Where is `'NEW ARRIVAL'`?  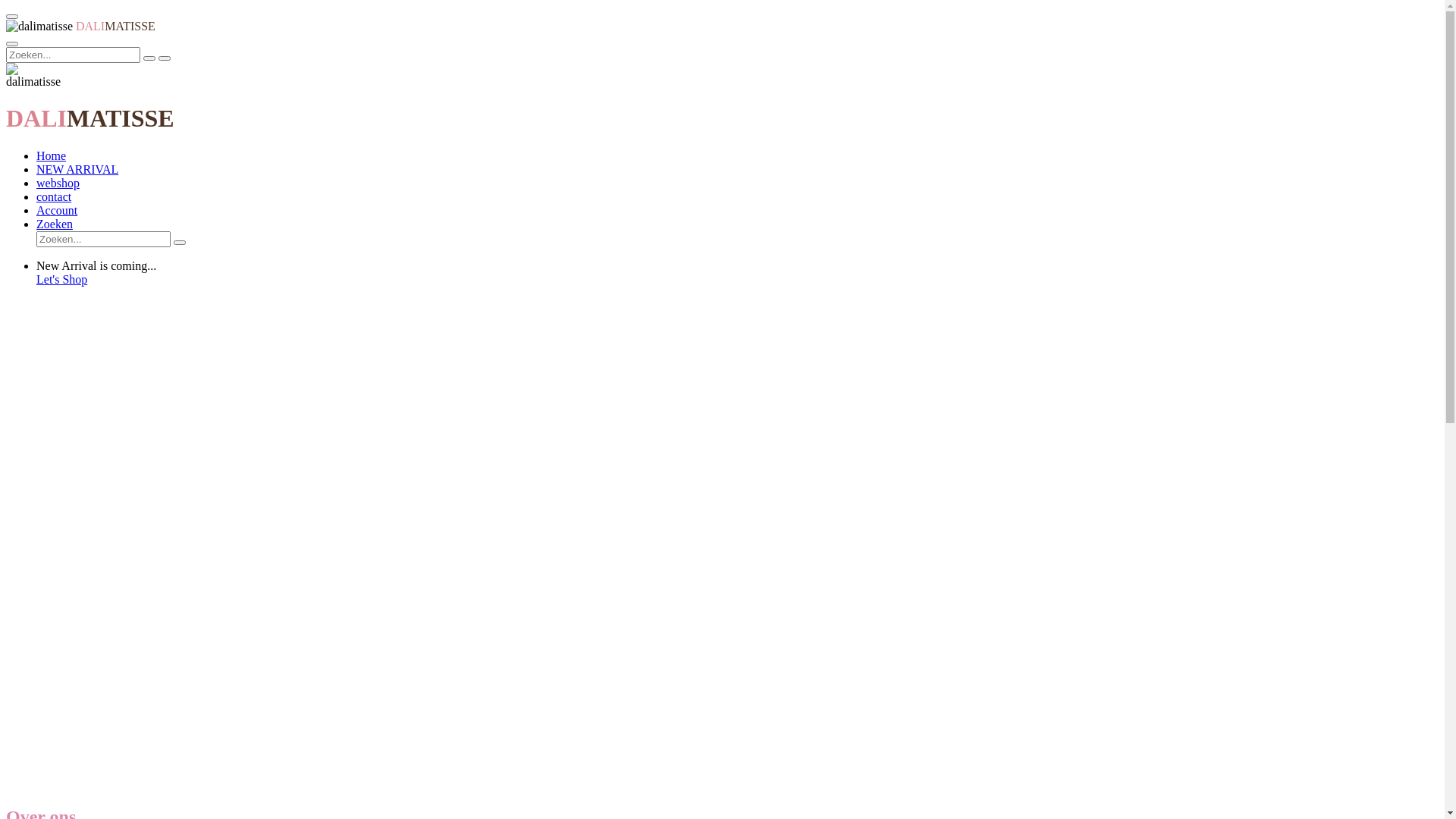
'NEW ARRIVAL' is located at coordinates (76, 169).